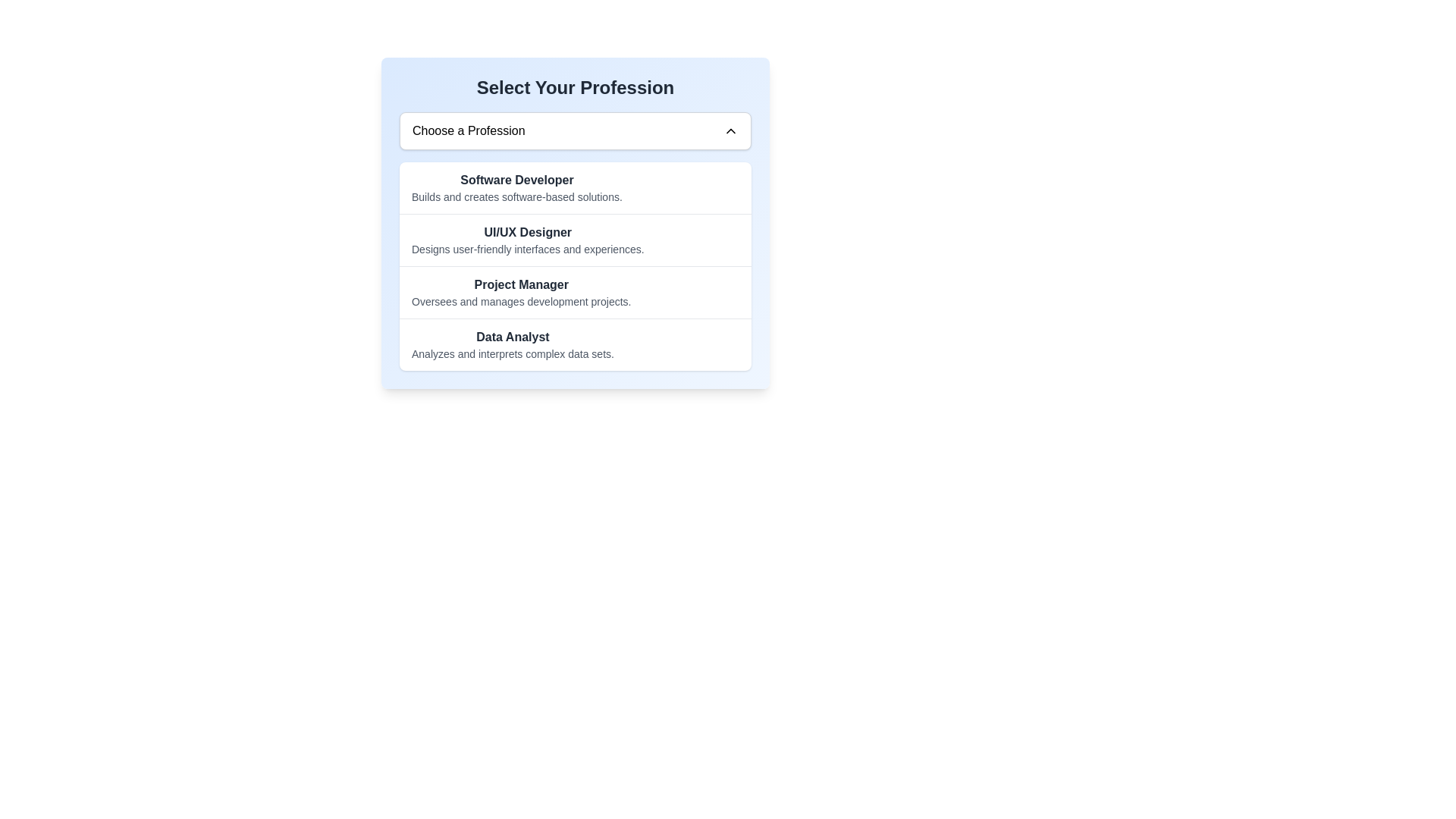 The image size is (1456, 819). I want to click on the list item titled 'UI/UX Designer' which describes 'Designs user-friendly interfaces and experiences.', so click(574, 239).